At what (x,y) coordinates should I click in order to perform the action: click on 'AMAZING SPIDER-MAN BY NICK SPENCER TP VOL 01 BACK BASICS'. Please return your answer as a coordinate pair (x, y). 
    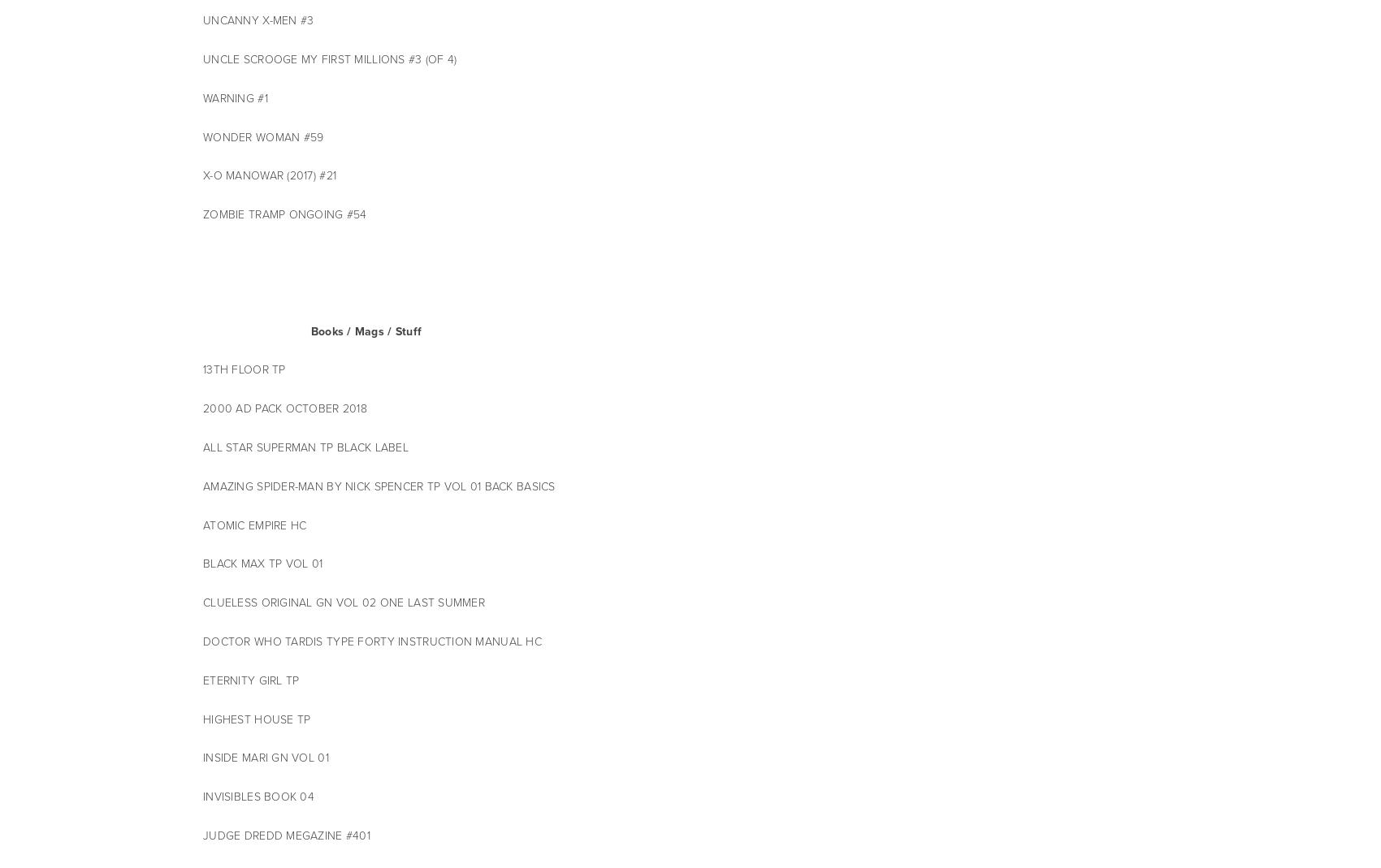
    Looking at the image, I should click on (203, 486).